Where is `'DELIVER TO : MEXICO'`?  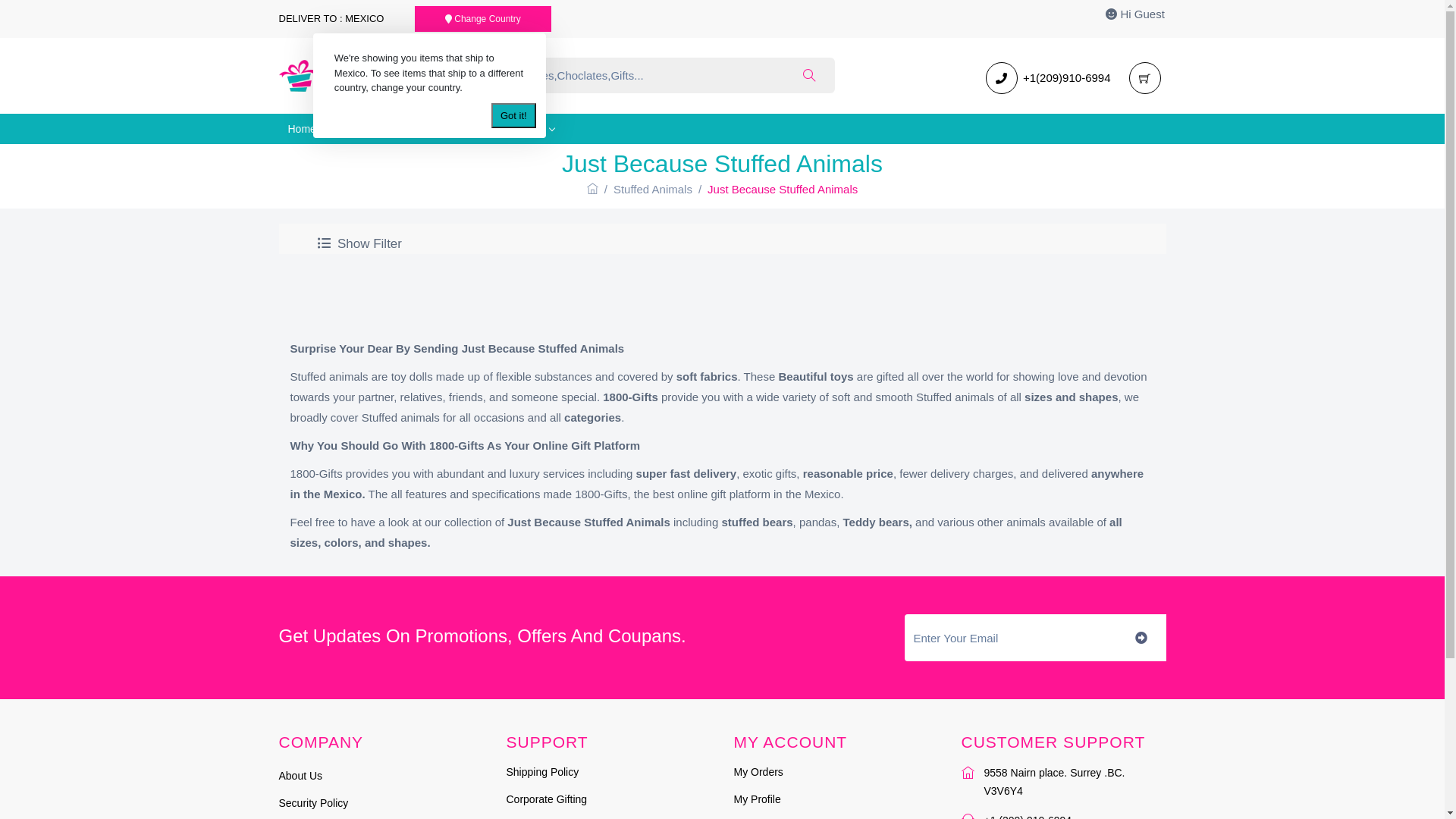 'DELIVER TO : MEXICO' is located at coordinates (279, 18).